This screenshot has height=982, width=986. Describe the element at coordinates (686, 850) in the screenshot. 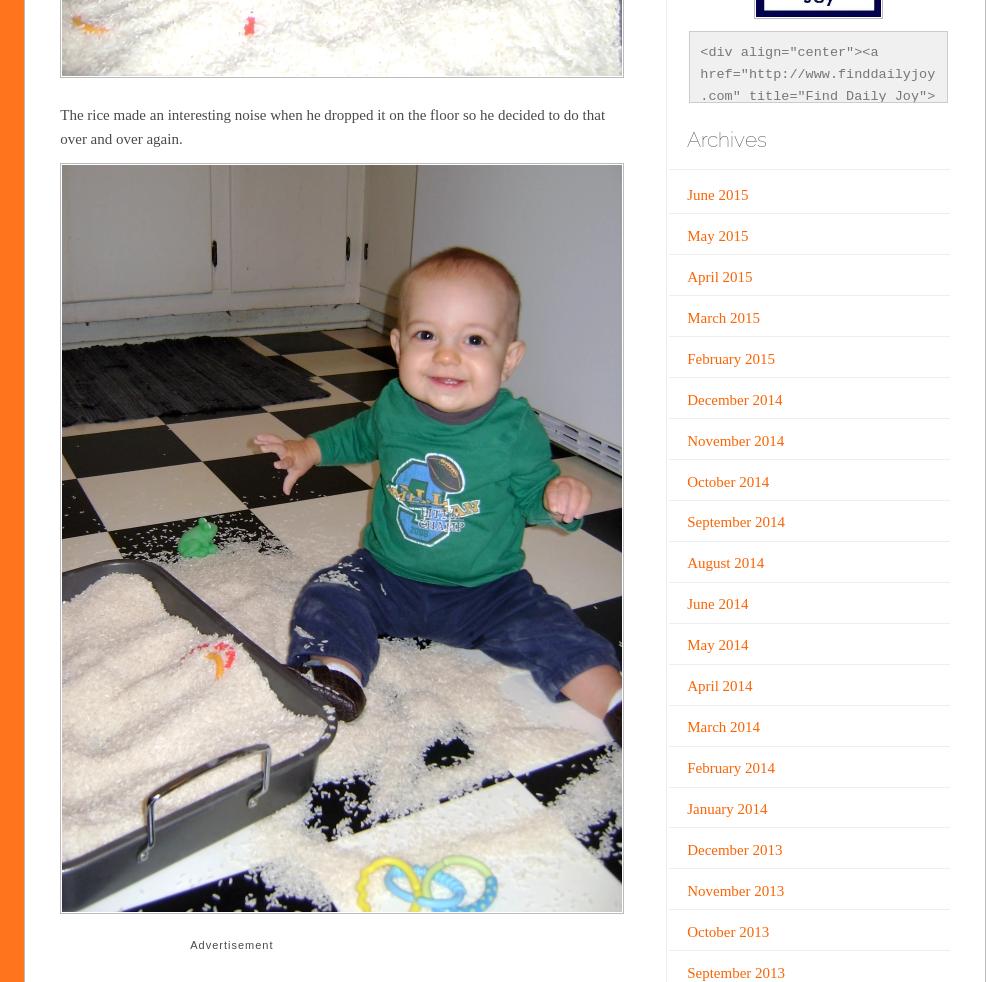

I see `'December 2013'` at that location.